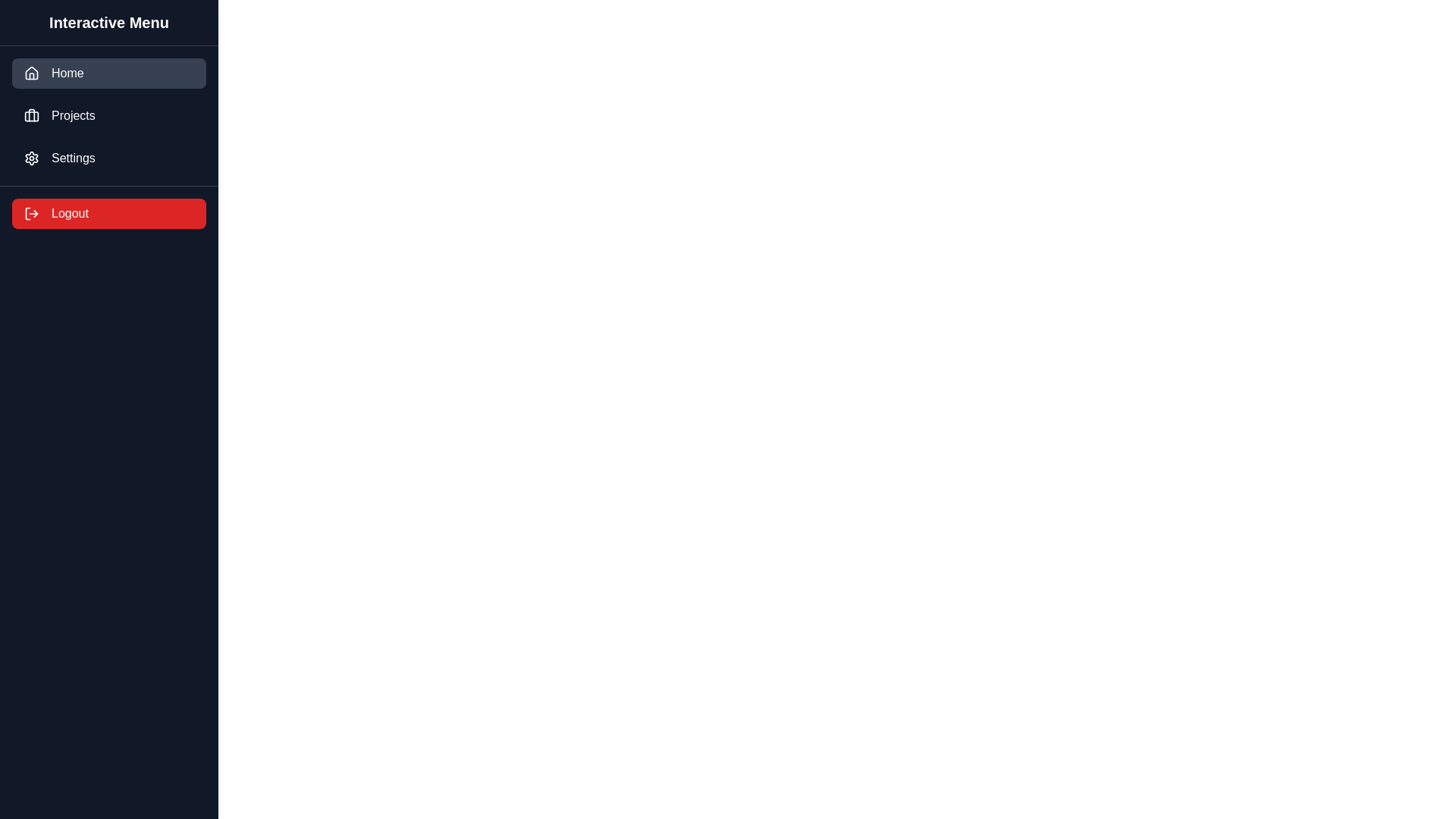 The width and height of the screenshot is (1456, 819). What do you see at coordinates (108, 158) in the screenshot?
I see `the settings navigation button located as the third item in the vertical list under 'Projects' and above 'Logout'` at bounding box center [108, 158].